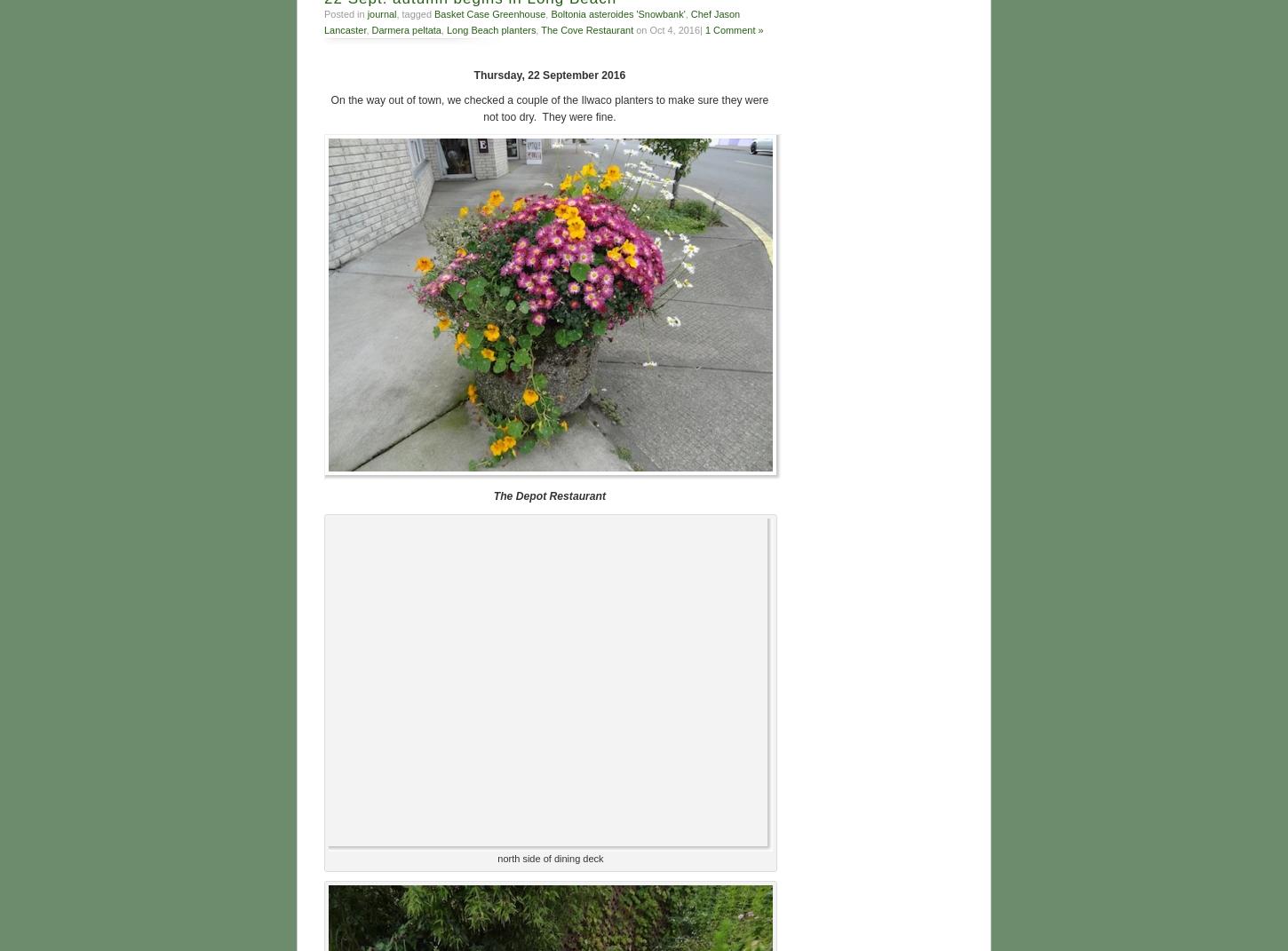 Image resolution: width=1288 pixels, height=951 pixels. Describe the element at coordinates (345, 12) in the screenshot. I see `'Posted in'` at that location.